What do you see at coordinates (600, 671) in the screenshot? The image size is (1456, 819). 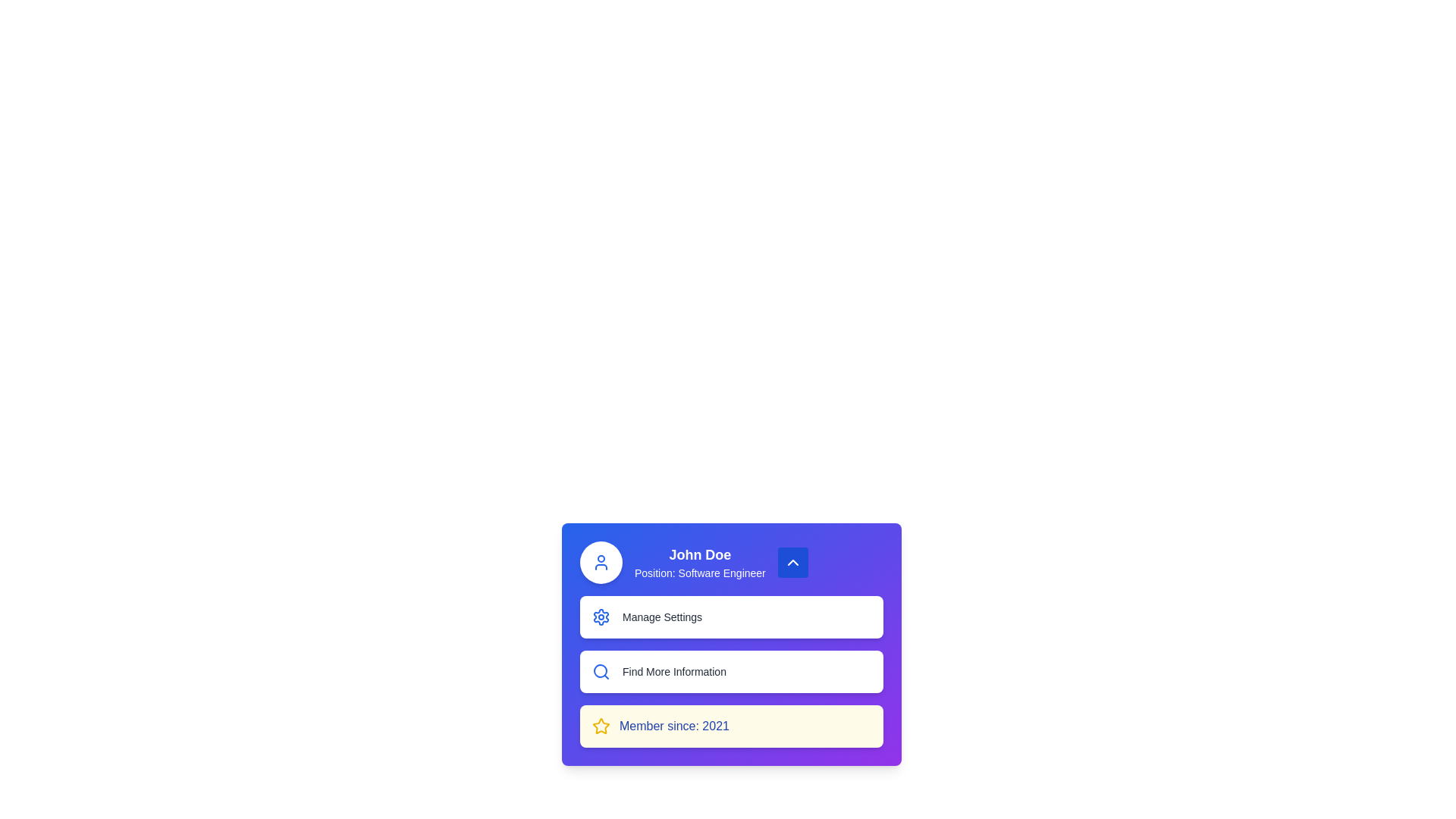 I see `the magnifying glass icon located within the button labeled 'Find More Information'` at bounding box center [600, 671].